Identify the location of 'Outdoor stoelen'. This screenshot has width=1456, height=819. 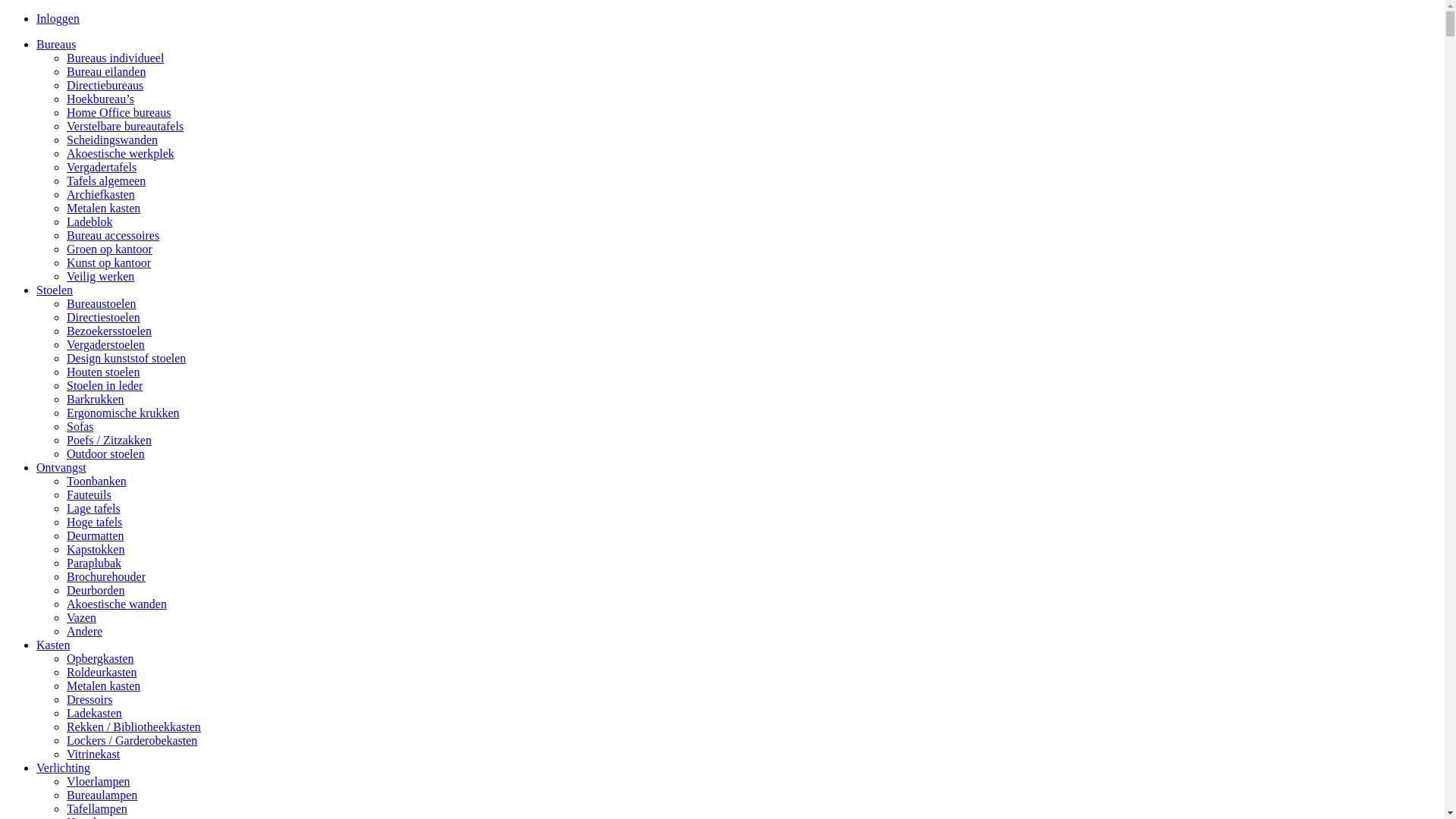
(105, 453).